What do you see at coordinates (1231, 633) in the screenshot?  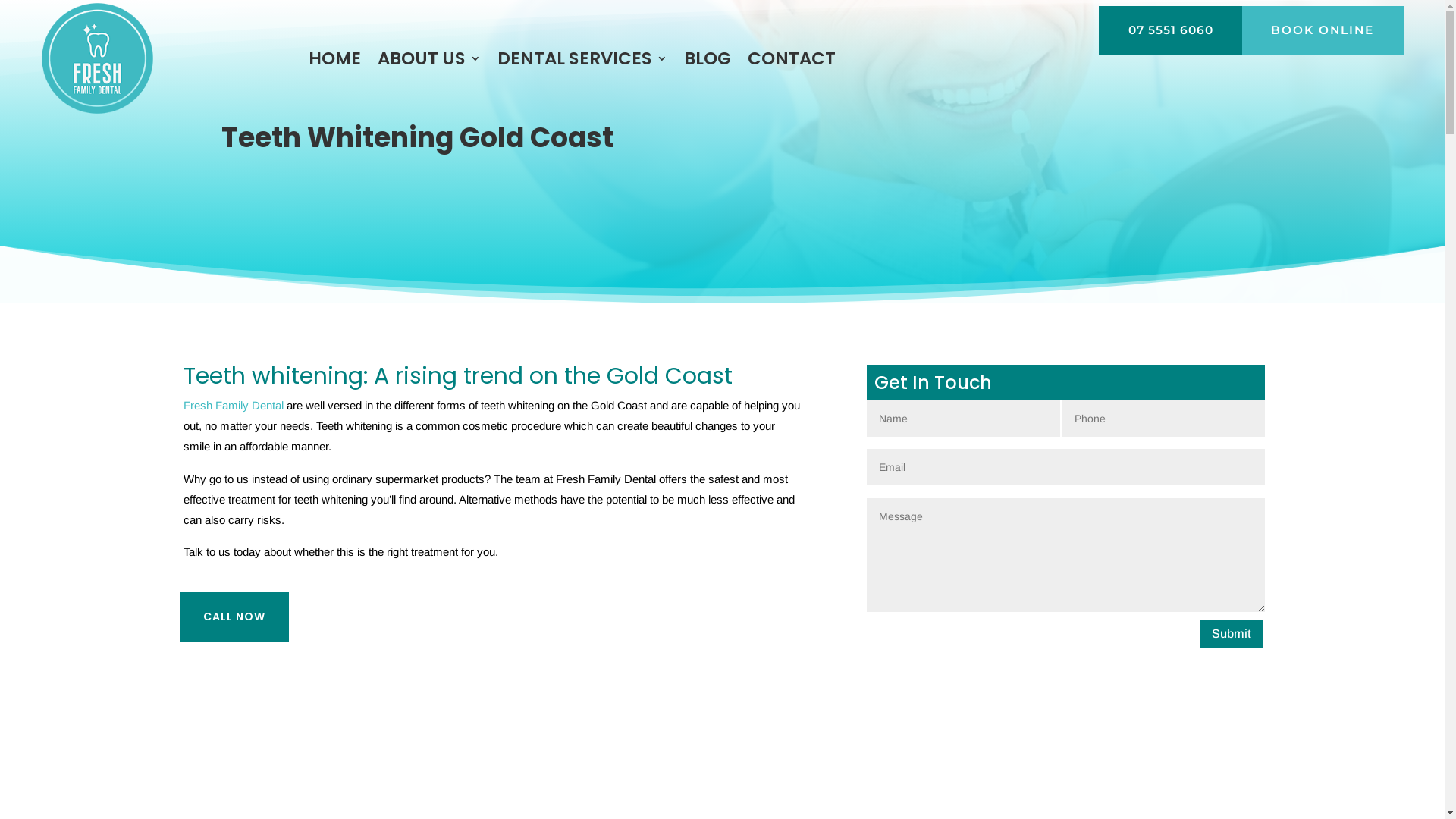 I see `'Submit'` at bounding box center [1231, 633].